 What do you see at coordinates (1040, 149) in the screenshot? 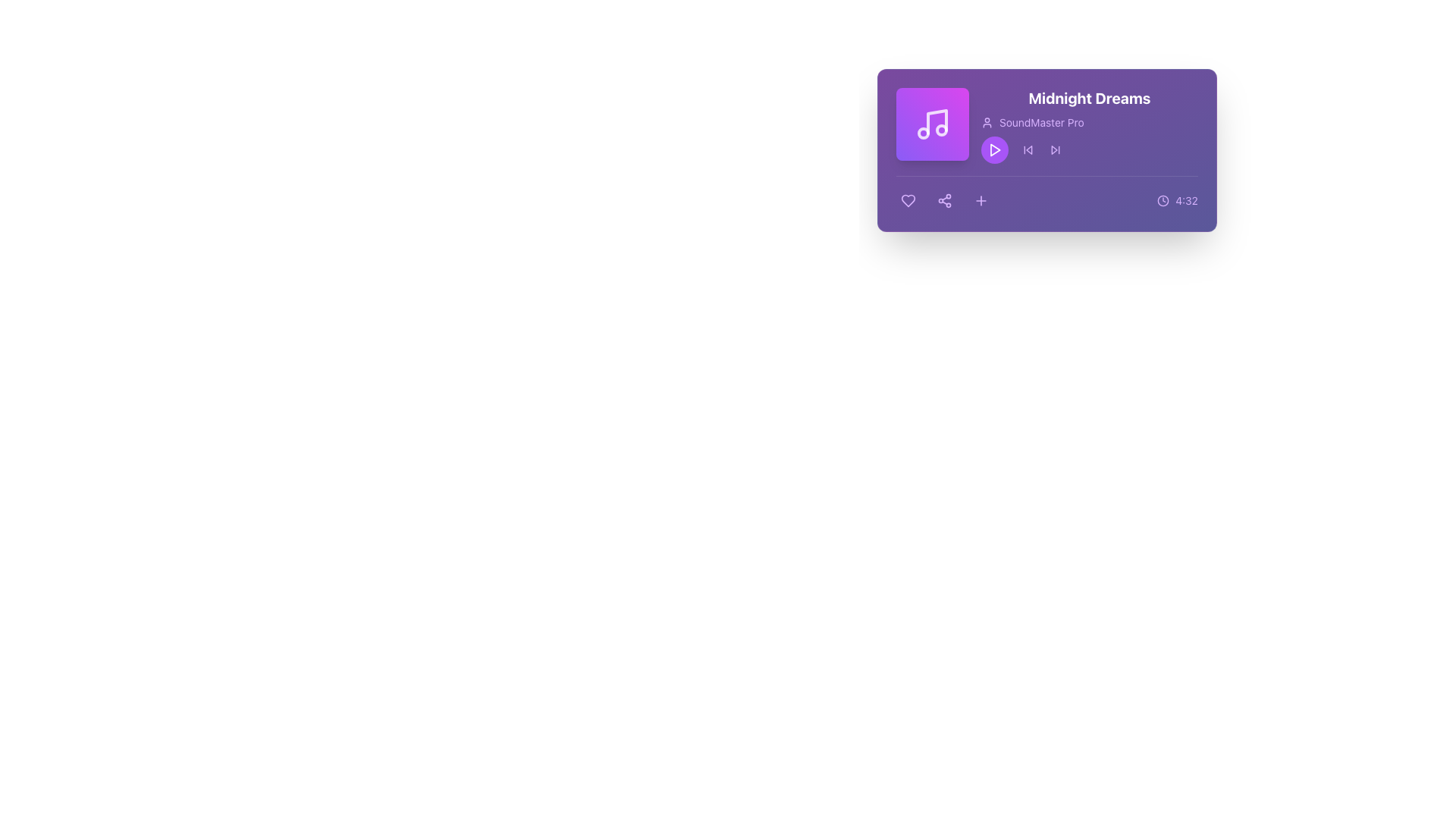
I see `the group of navigation buttons located centrally below the title 'Midnight Dreams' to receive additional visual feedback` at bounding box center [1040, 149].